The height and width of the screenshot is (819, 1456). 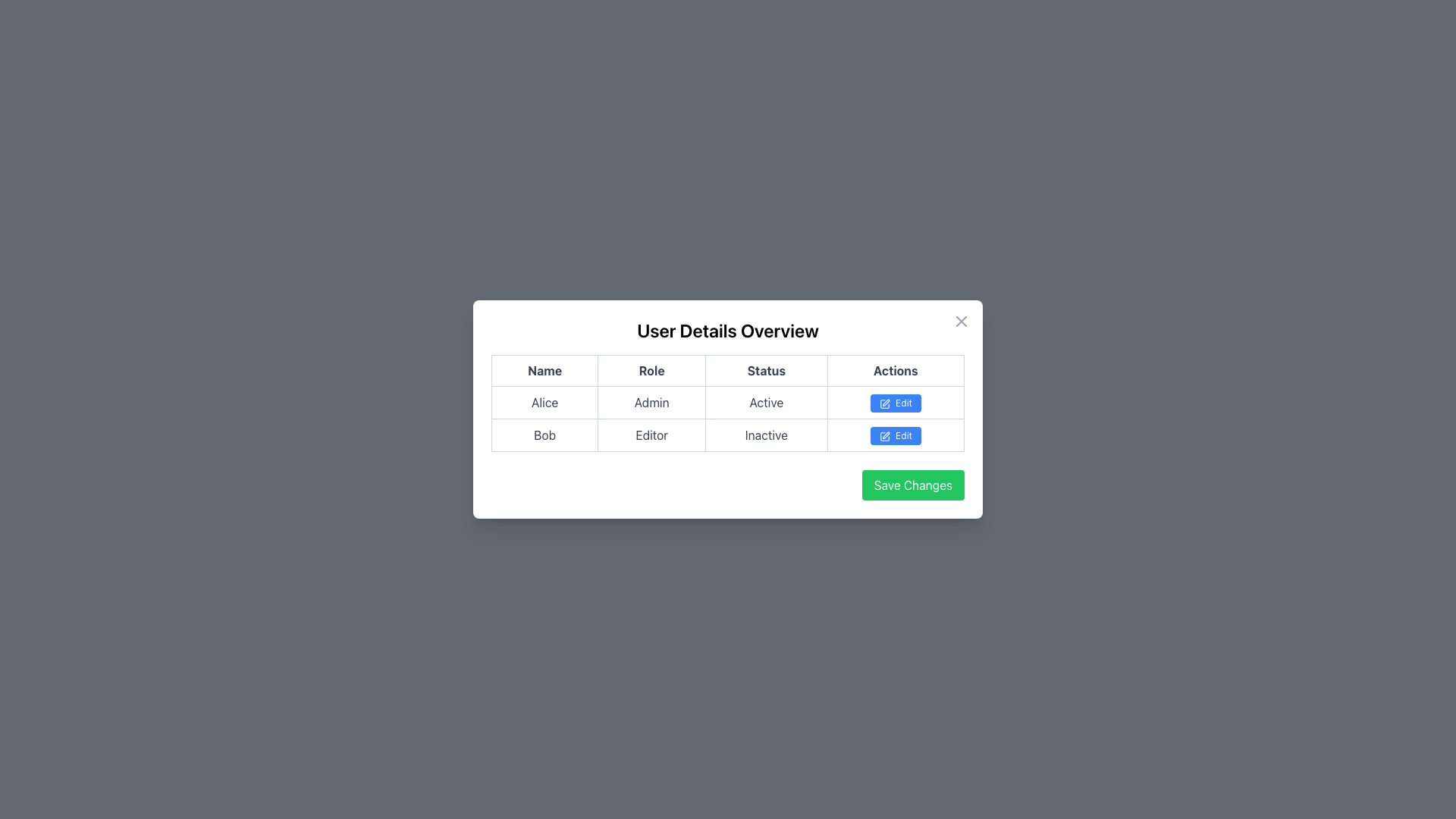 What do you see at coordinates (766, 402) in the screenshot?
I see `the text label displaying 'Active' in the 'Status' column of the 'User Details Overview' table for user 'Alice' to focus on the cell content` at bounding box center [766, 402].